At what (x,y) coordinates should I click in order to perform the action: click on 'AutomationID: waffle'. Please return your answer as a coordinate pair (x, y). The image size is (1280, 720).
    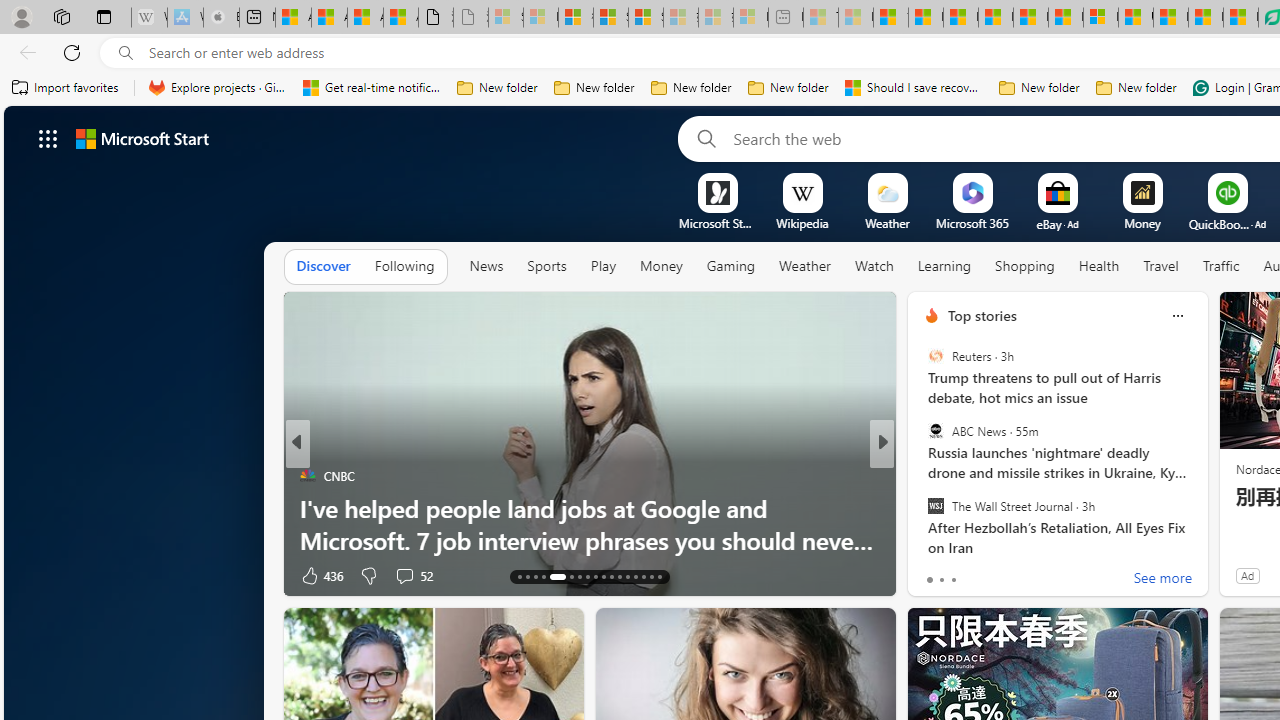
    Looking at the image, I should click on (48, 137).